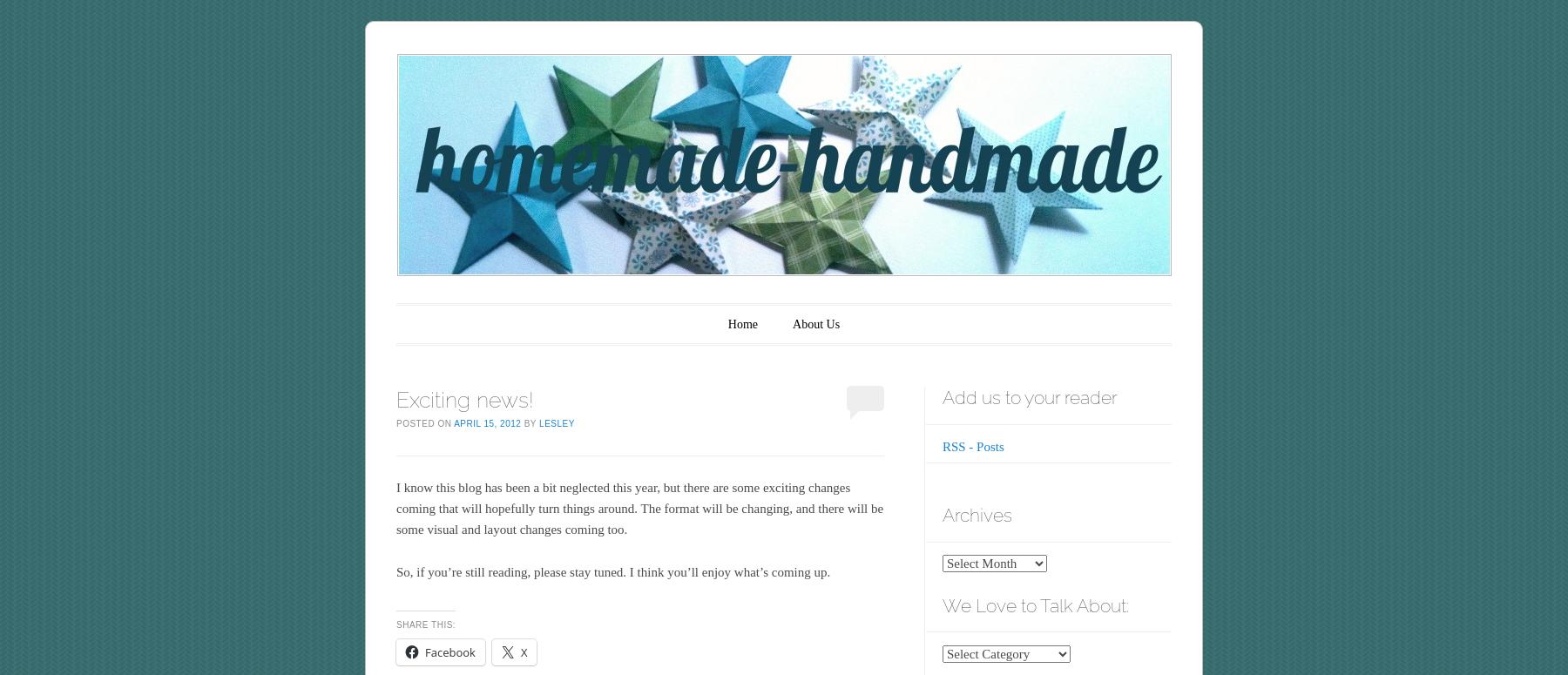 This screenshot has height=675, width=1568. What do you see at coordinates (423, 422) in the screenshot?
I see `'Posted on'` at bounding box center [423, 422].